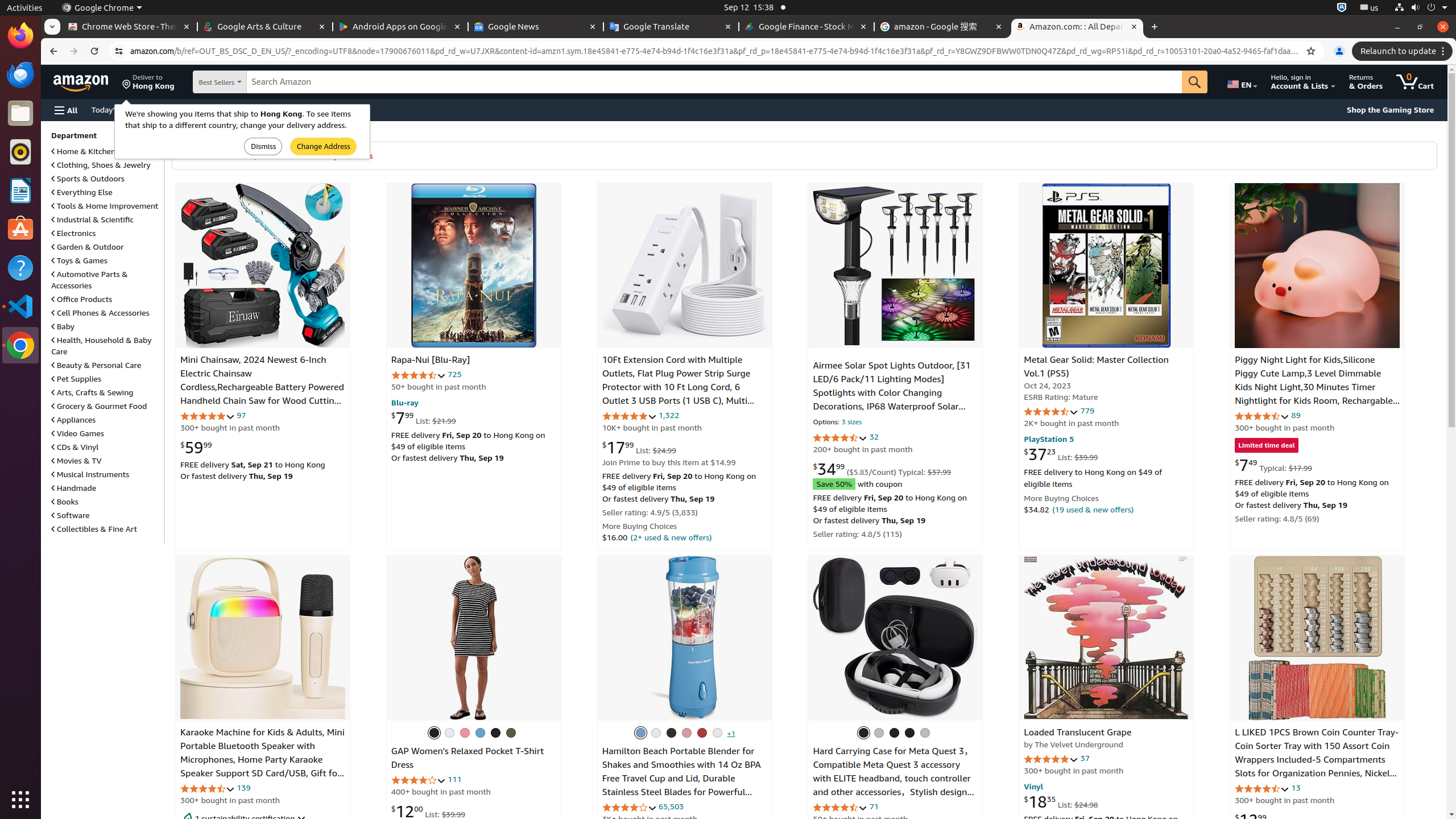 Image resolution: width=1456 pixels, height=819 pixels. I want to click on 'Garden & Outdoor', so click(88, 246).